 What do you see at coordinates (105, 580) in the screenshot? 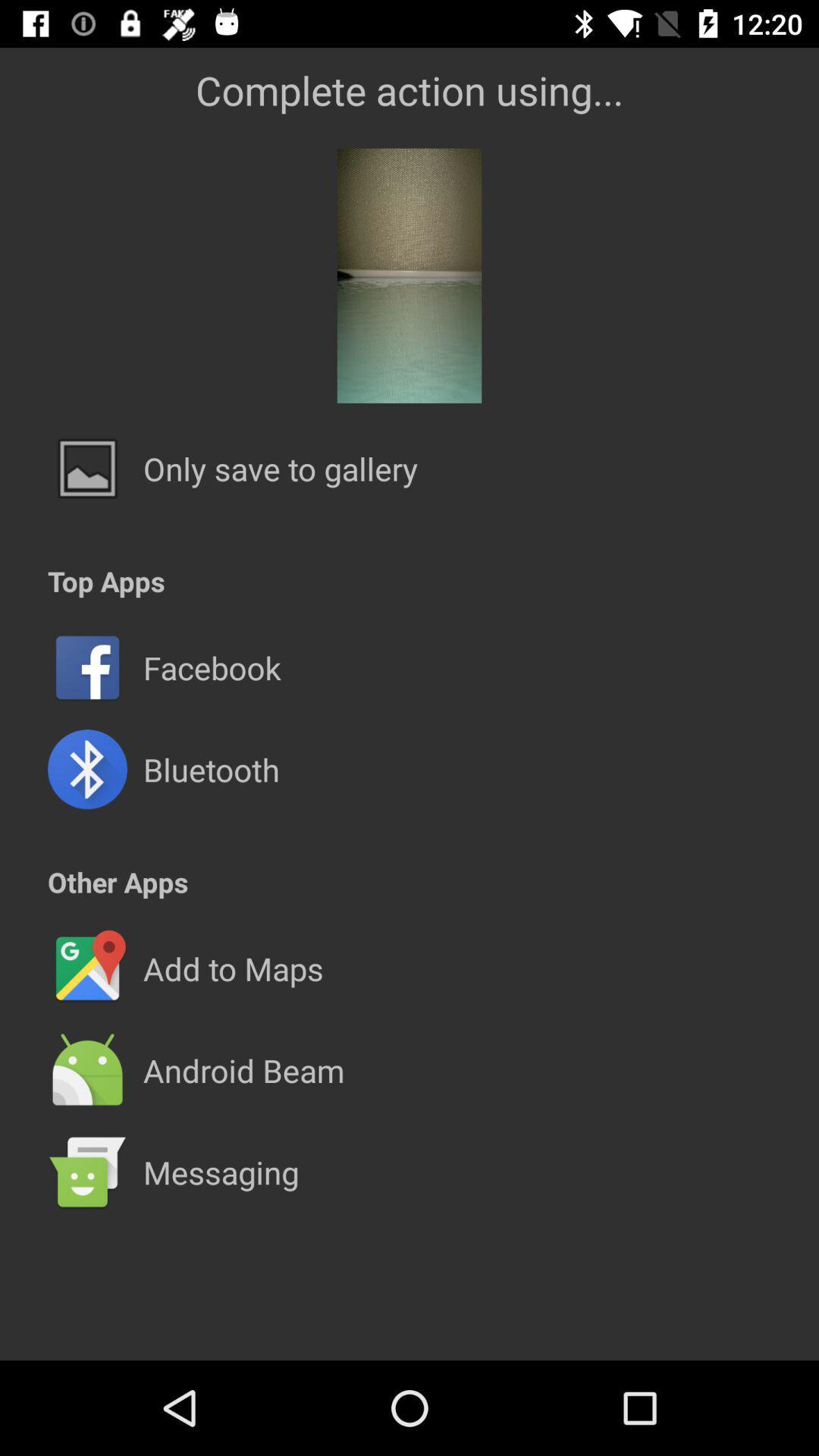
I see `the top apps` at bounding box center [105, 580].